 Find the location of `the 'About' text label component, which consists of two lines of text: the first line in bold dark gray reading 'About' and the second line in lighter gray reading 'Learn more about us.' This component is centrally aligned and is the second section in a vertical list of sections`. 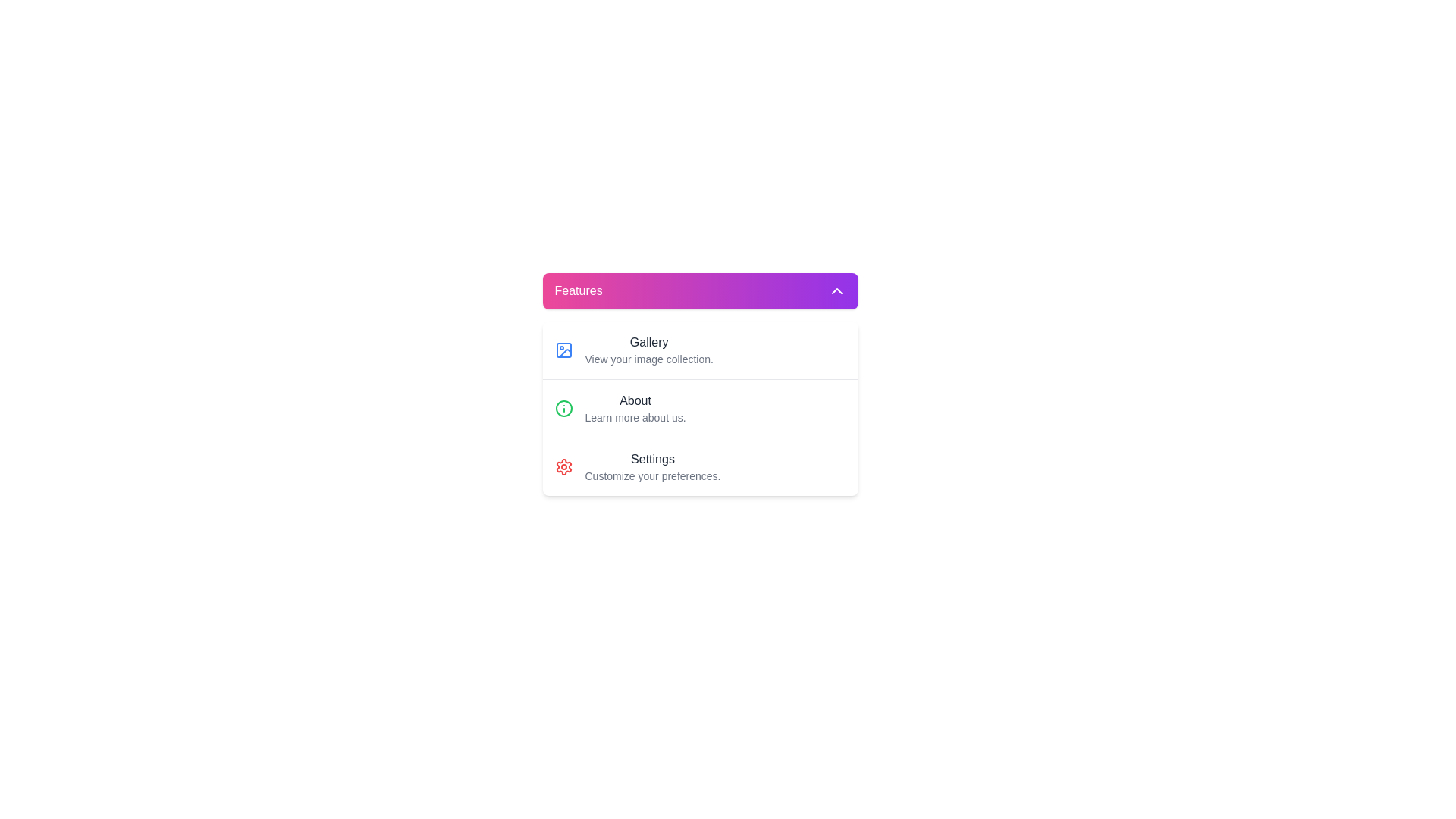

the 'About' text label component, which consists of two lines of text: the first line in bold dark gray reading 'About' and the second line in lighter gray reading 'Learn more about us.' This component is centrally aligned and is the second section in a vertical list of sections is located at coordinates (635, 408).